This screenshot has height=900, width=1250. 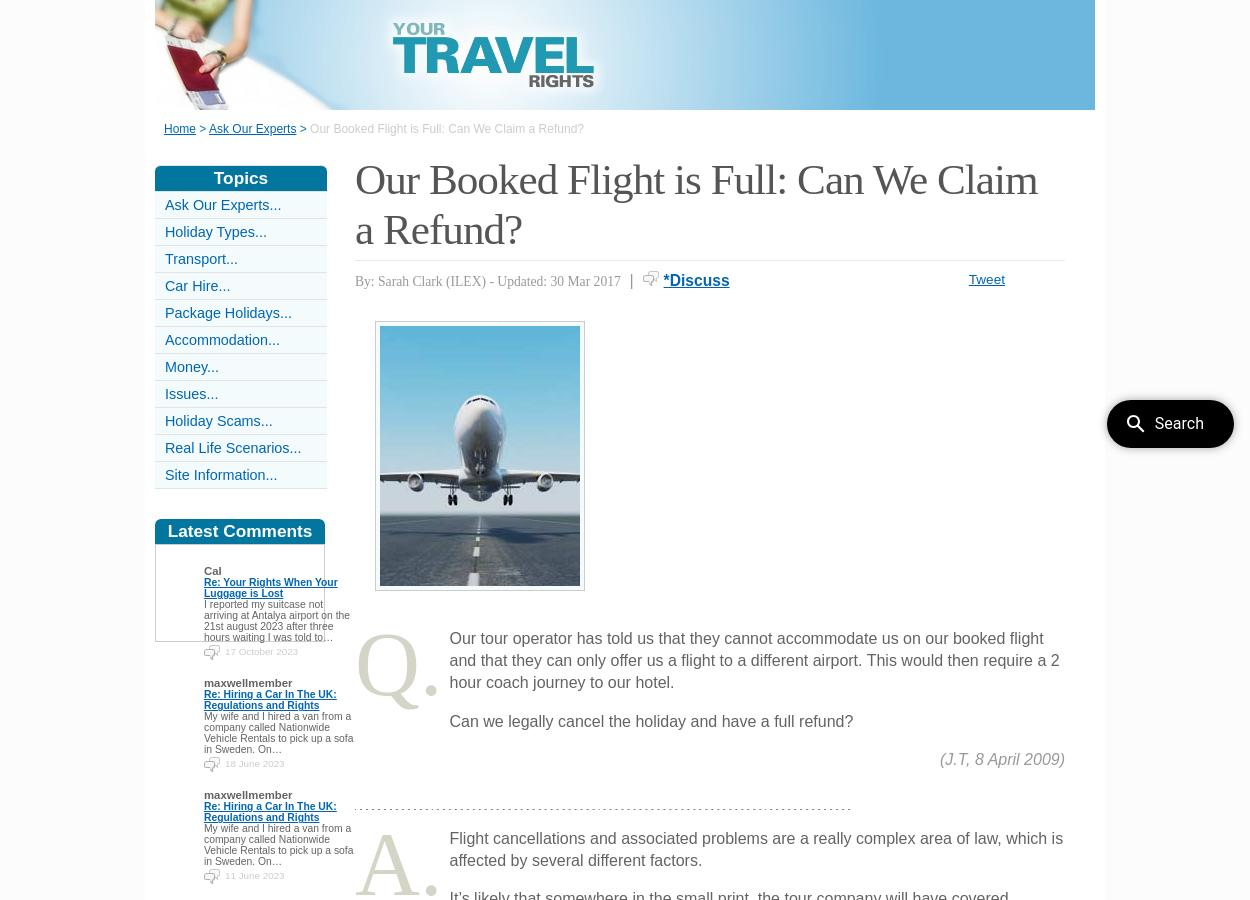 What do you see at coordinates (165, 258) in the screenshot?
I see `'Transport...'` at bounding box center [165, 258].